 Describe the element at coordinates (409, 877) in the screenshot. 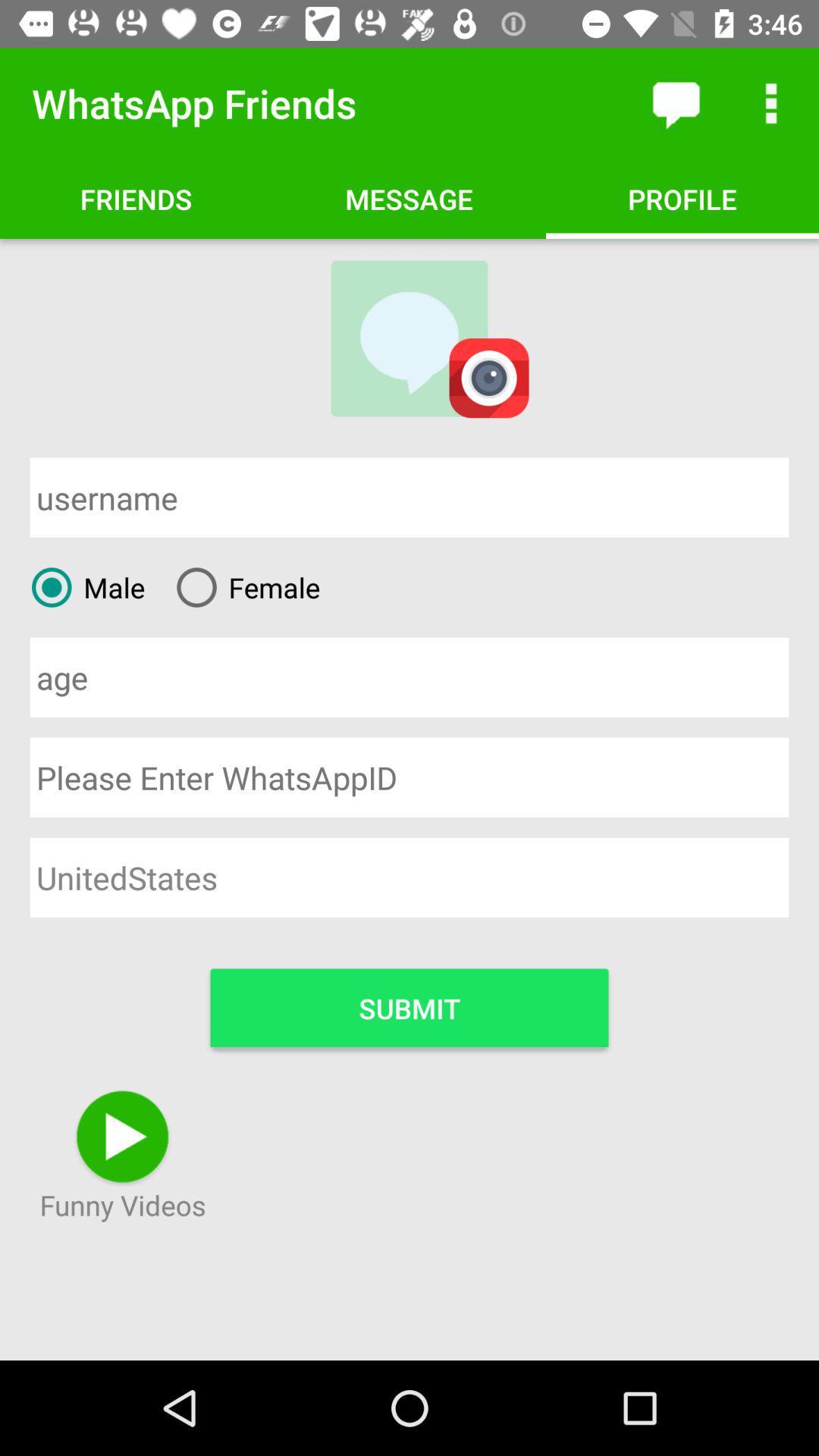

I see `the unitedstates` at that location.